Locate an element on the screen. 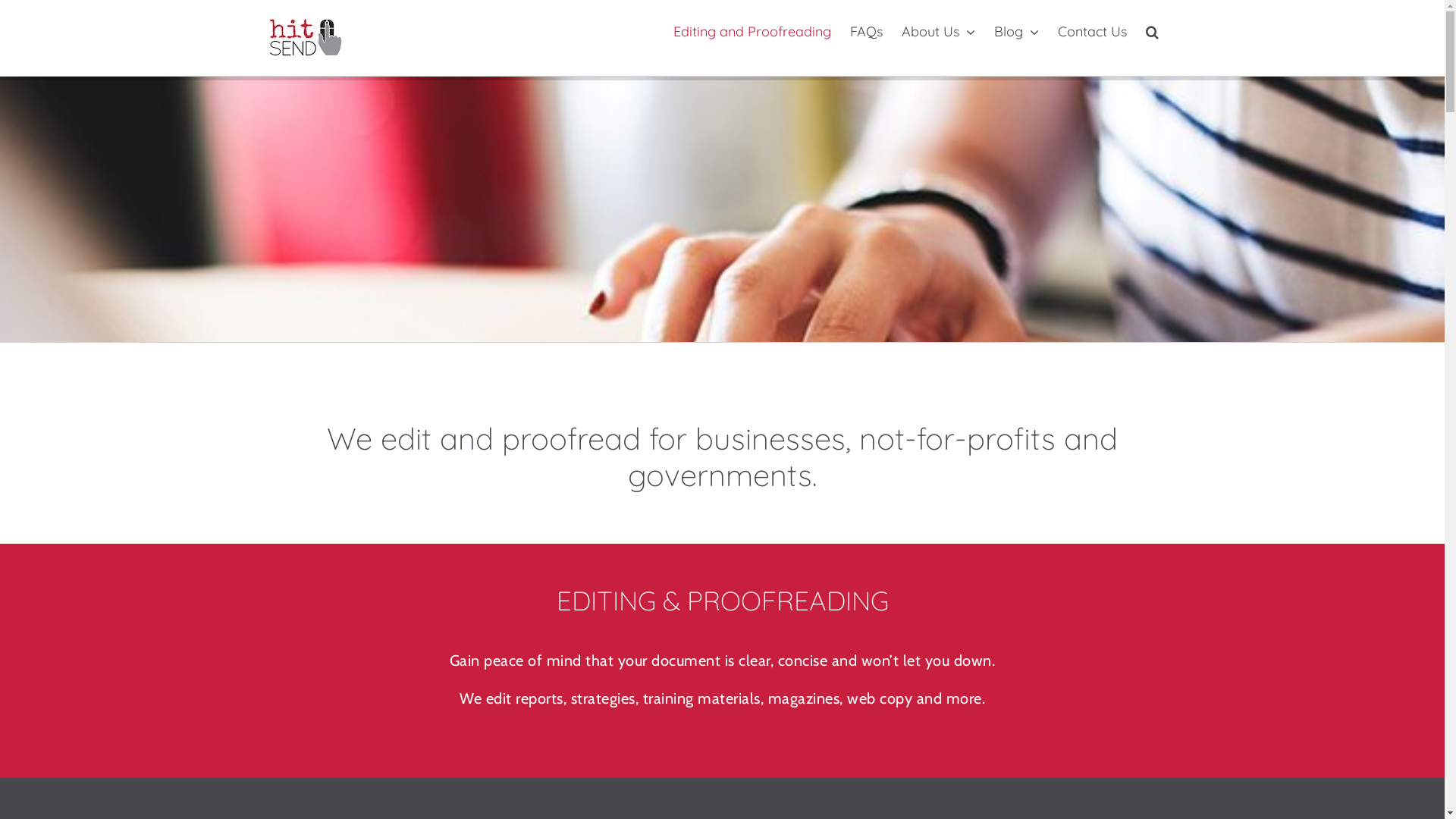  'Editing and Proofreading' is located at coordinates (752, 32).